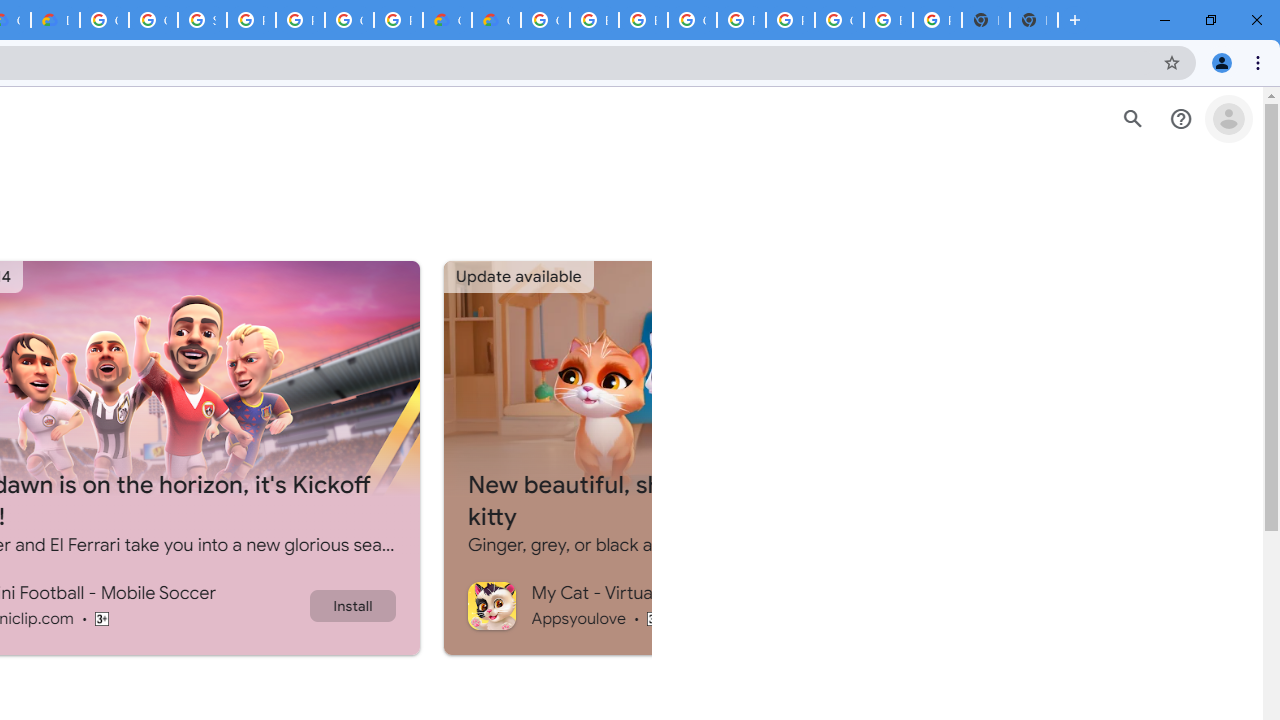  I want to click on 'Help Center', so click(1180, 119).